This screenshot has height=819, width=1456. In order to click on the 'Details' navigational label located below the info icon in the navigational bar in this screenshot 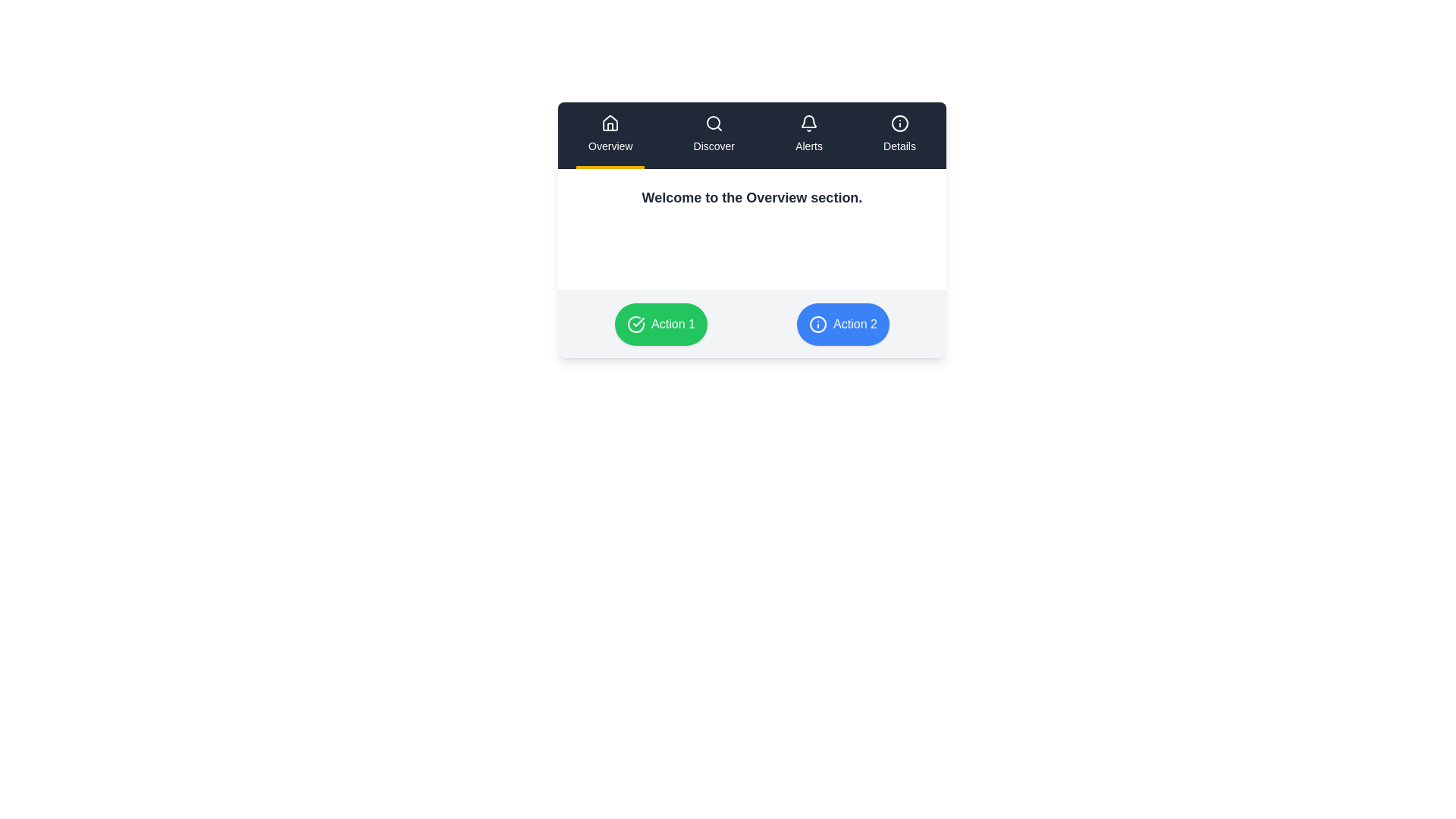, I will do `click(899, 146)`.